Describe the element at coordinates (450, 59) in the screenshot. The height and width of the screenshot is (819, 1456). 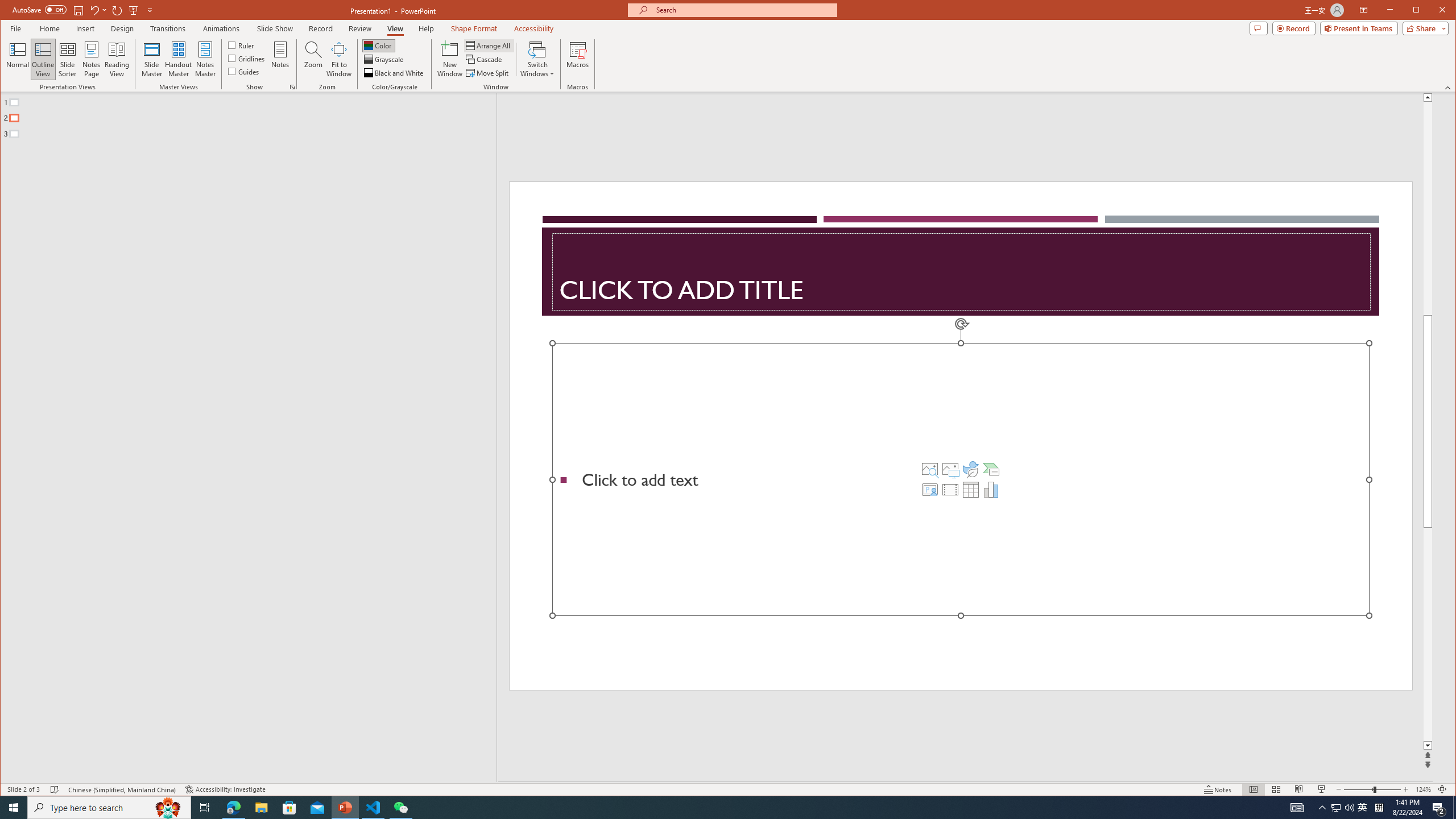
I see `'New Window'` at that location.